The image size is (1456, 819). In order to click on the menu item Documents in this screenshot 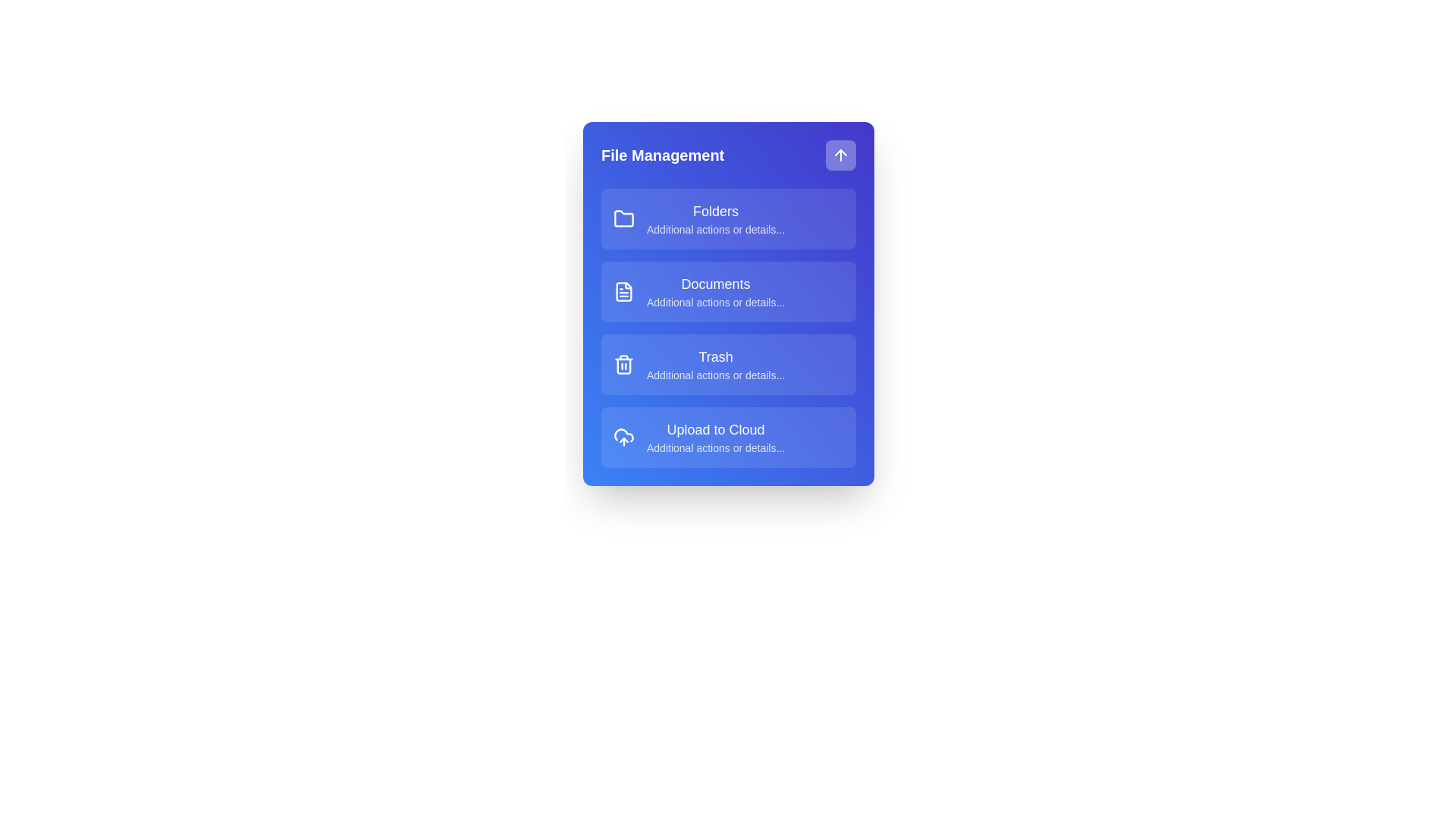, I will do `click(728, 292)`.